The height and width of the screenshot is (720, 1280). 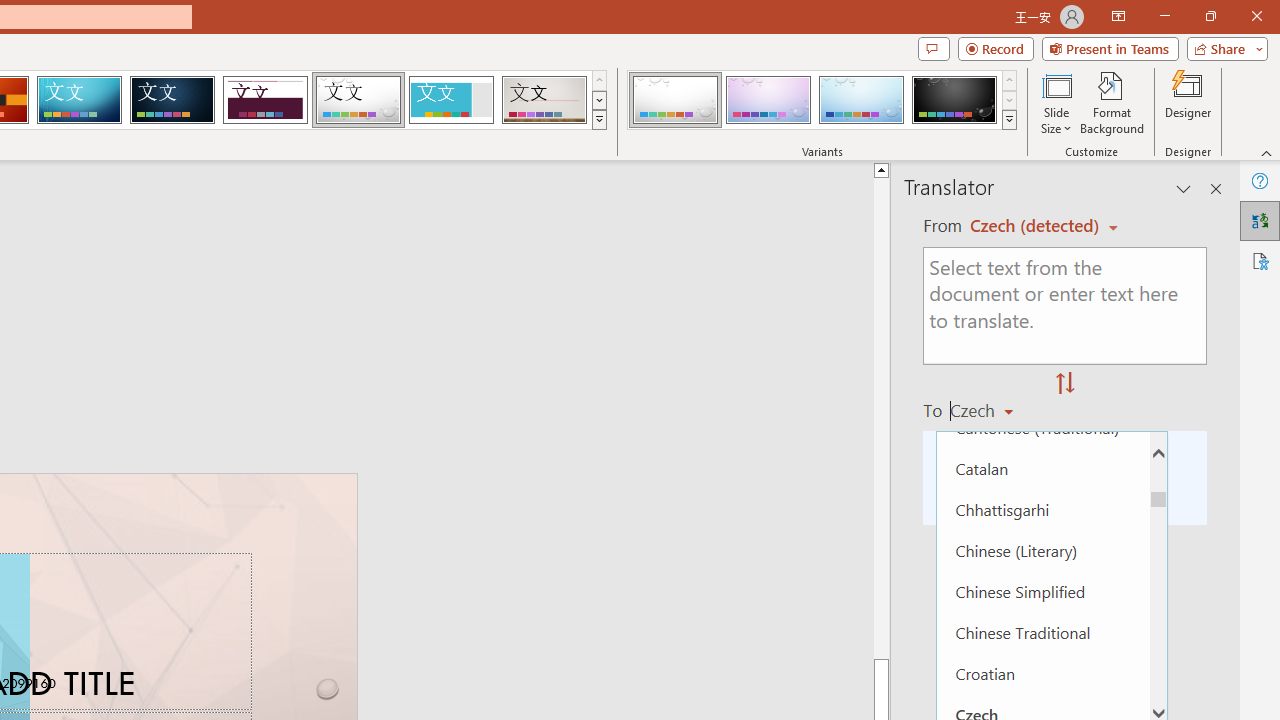 What do you see at coordinates (544, 100) in the screenshot?
I see `'Gallery'` at bounding box center [544, 100].